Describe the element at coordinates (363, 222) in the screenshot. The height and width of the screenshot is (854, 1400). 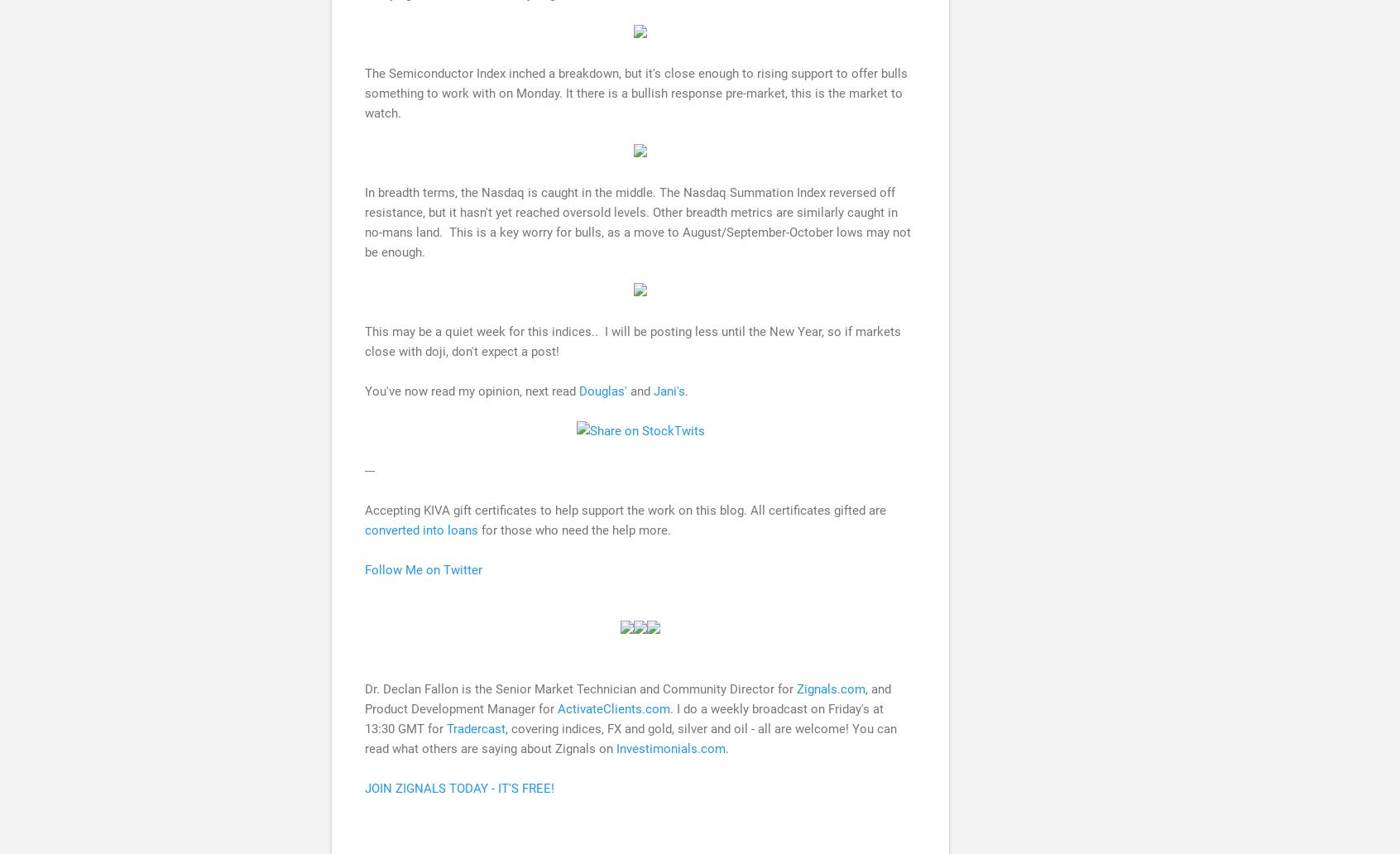
I see `'In breadth terms, the Nasdaq is caught in the middle. The Nasdaq Summation Index reversed off resistance, but it hasn't yet reached oversold levels. Other breadth metrics are similarly caught in no-mans land.  This is a key worry for bulls, as a move to August/September-October lows may not be enough.'` at that location.